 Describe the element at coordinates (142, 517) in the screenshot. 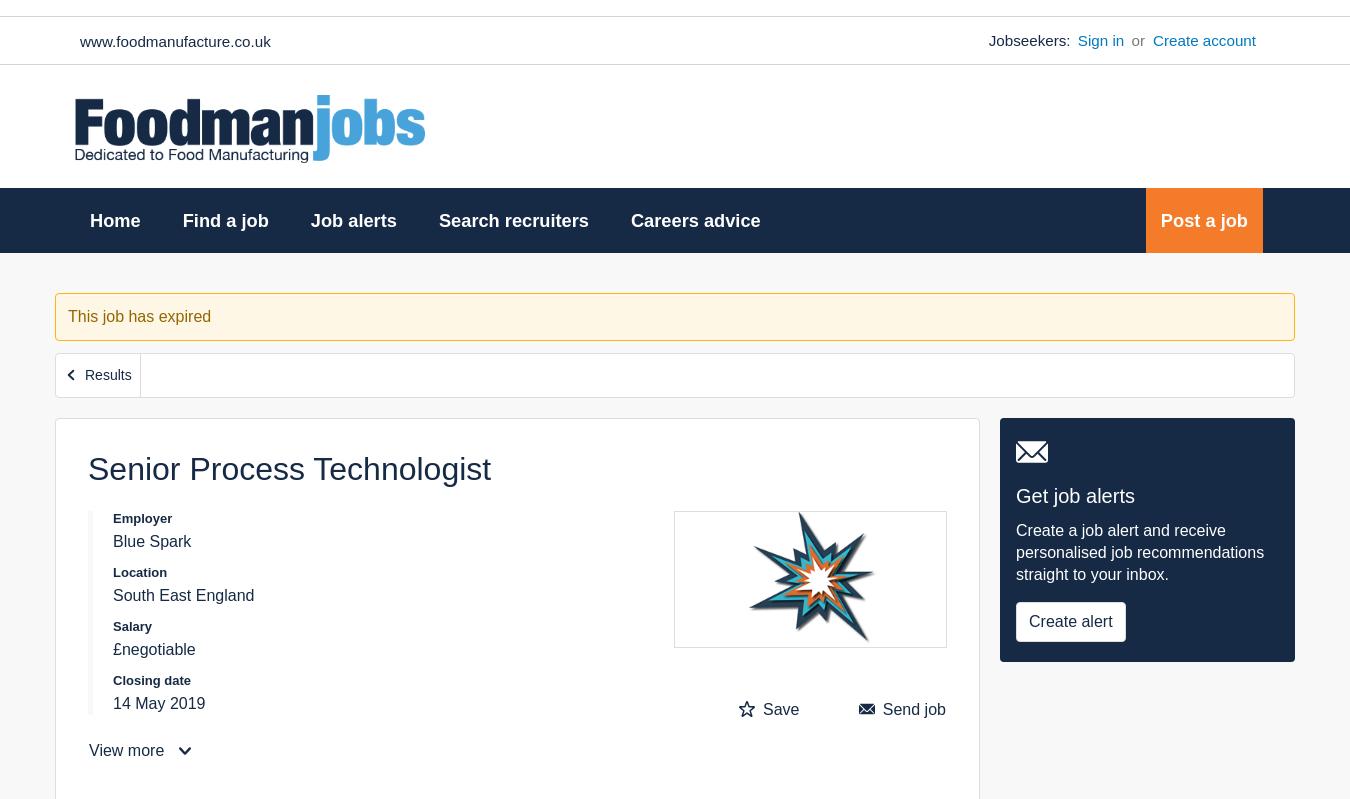

I see `'Employer'` at that location.